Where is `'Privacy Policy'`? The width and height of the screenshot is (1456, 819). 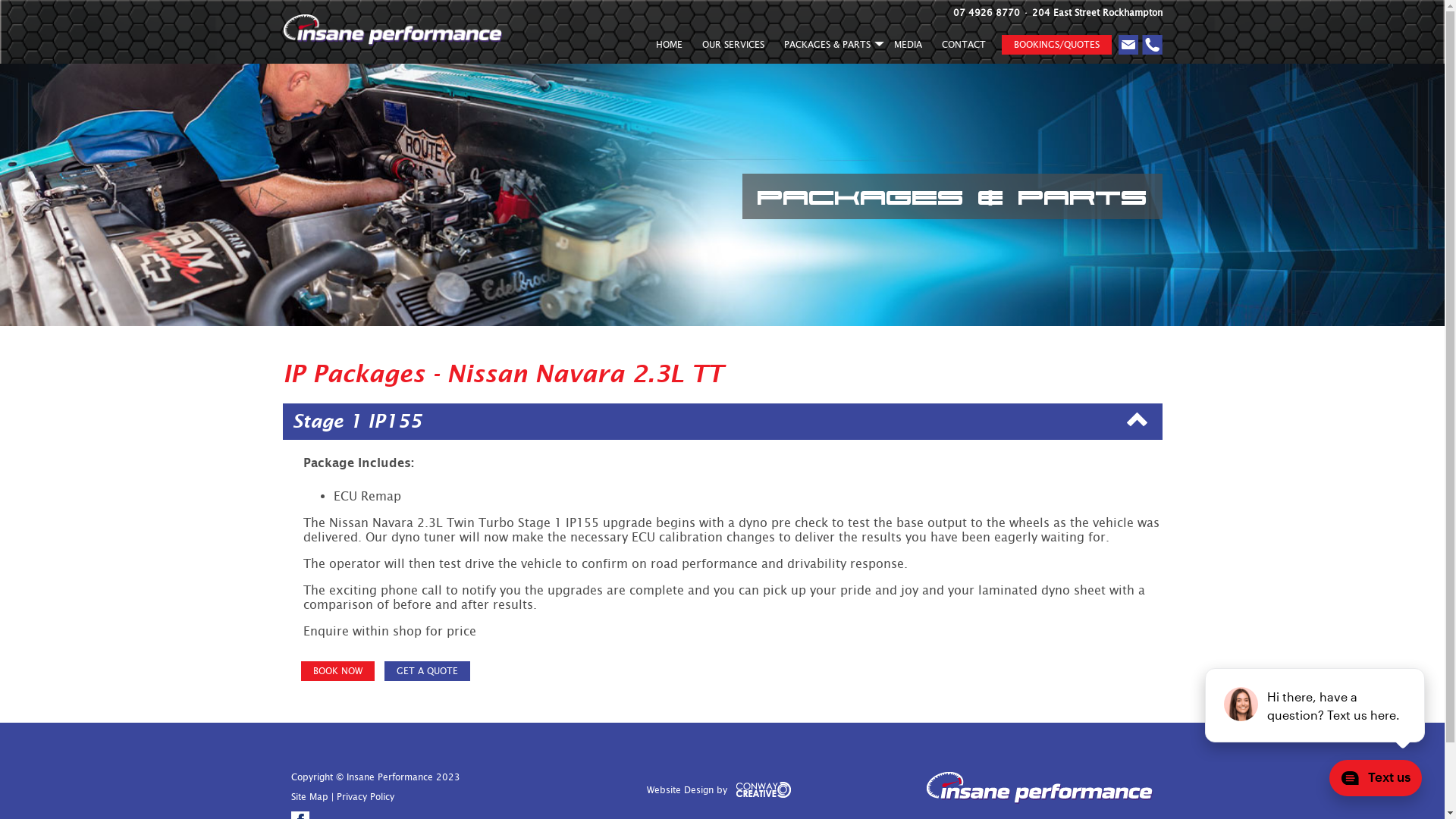 'Privacy Policy' is located at coordinates (365, 795).